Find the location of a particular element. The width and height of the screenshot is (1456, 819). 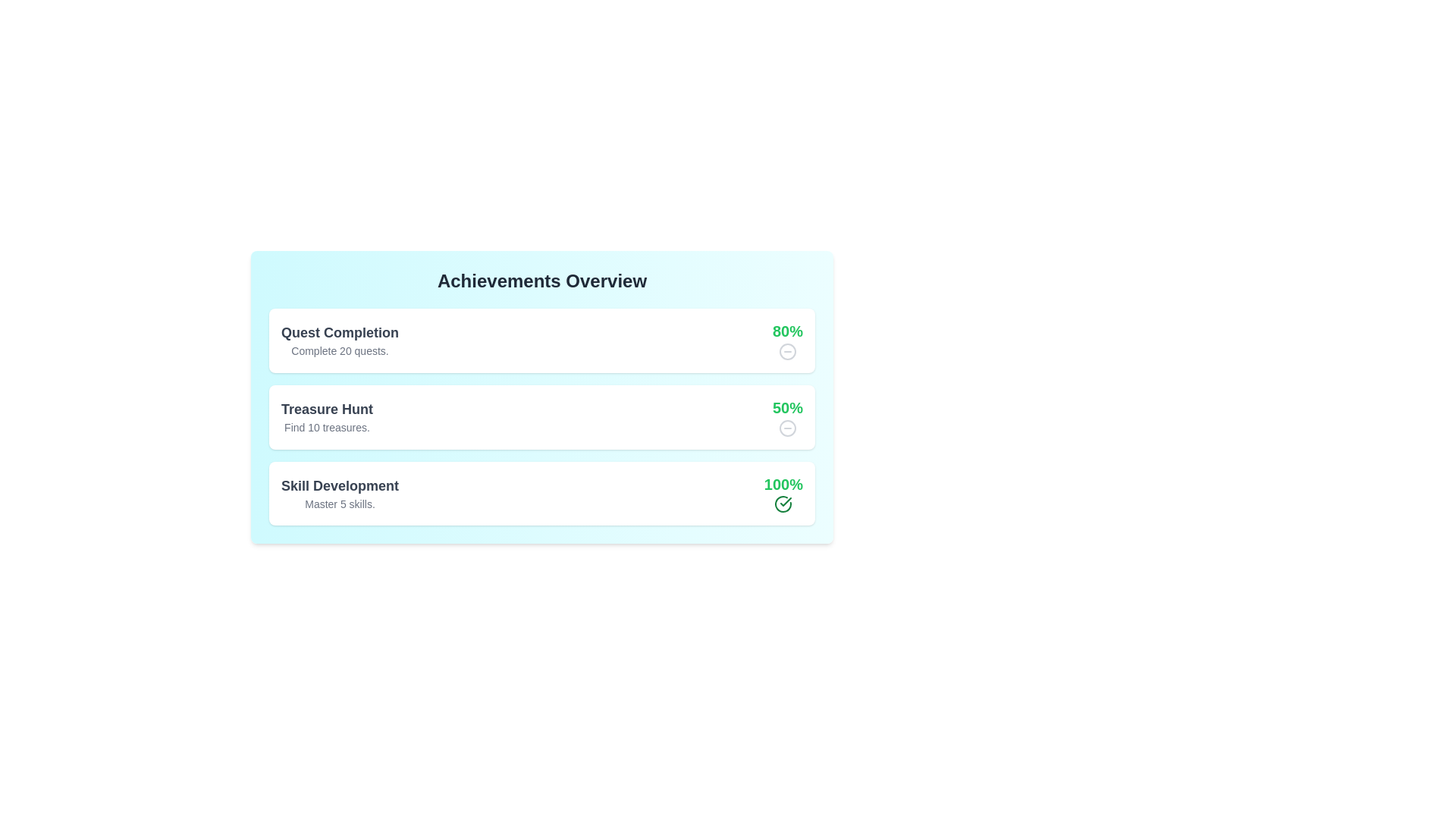

the text element that reads 'Master 5 skills.' which is styled in small gray font and is positioned below the header 'Skill Development.' is located at coordinates (339, 504).